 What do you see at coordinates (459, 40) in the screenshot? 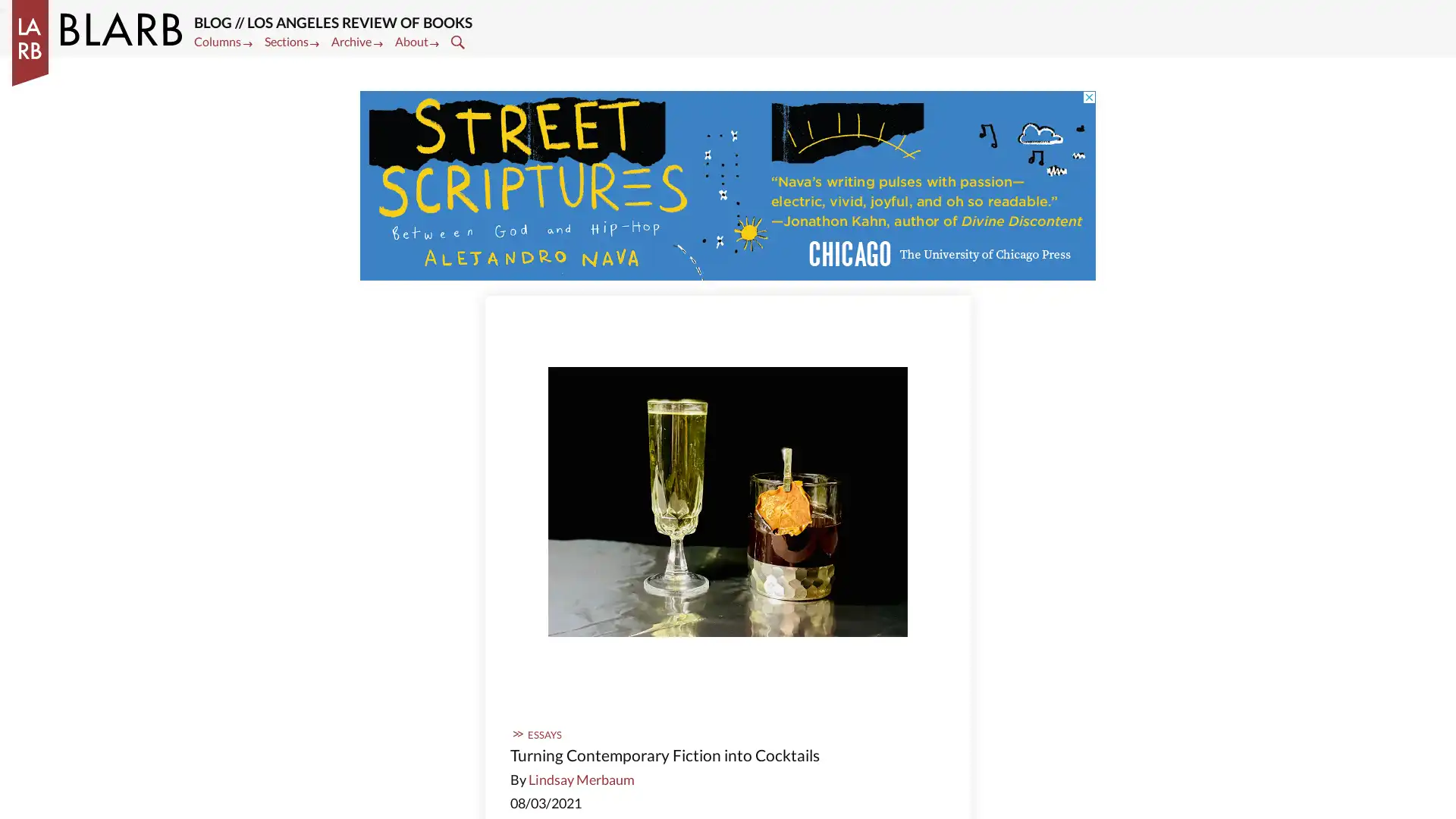
I see `Submit` at bounding box center [459, 40].